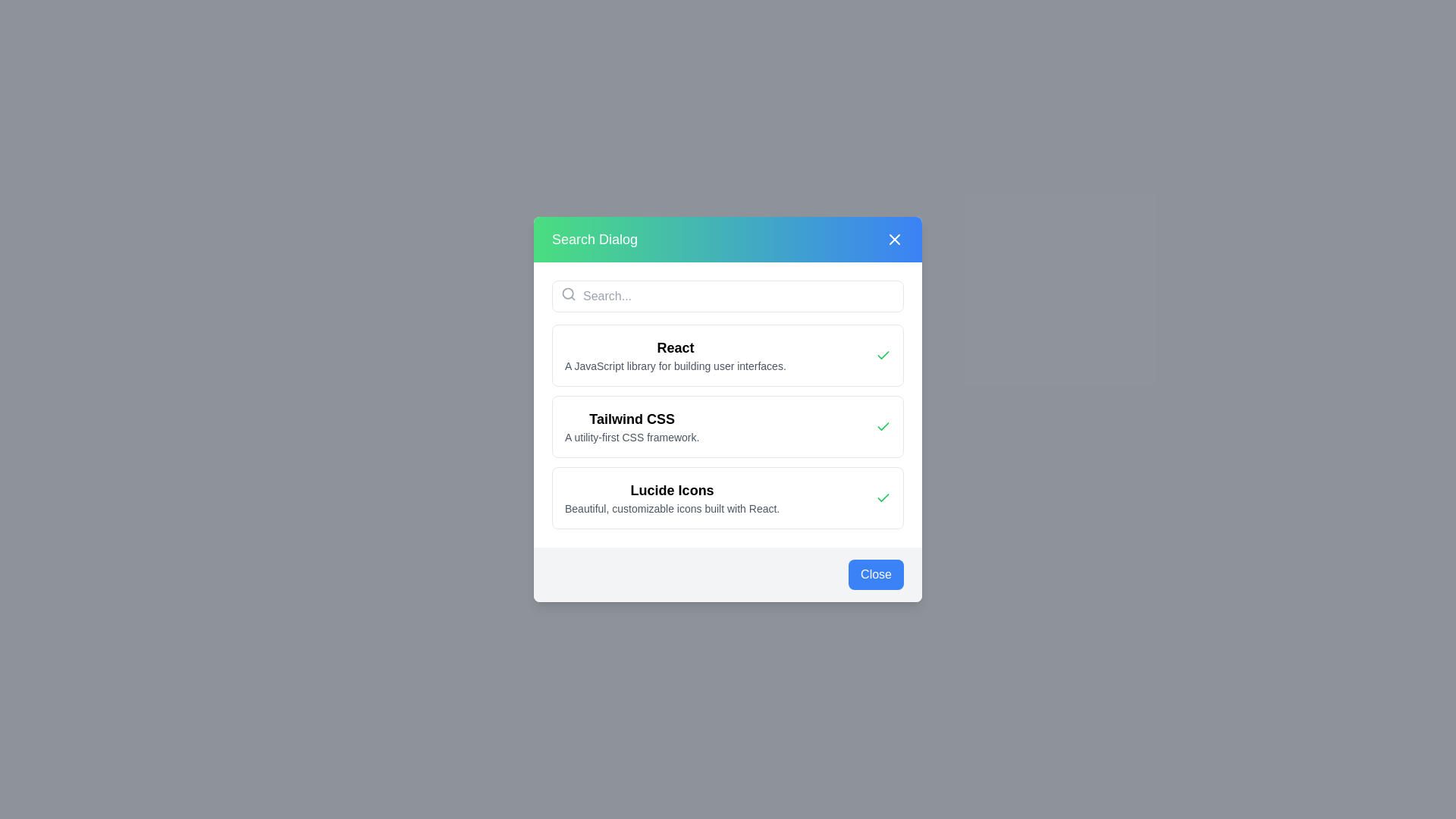 Image resolution: width=1456 pixels, height=819 pixels. Describe the element at coordinates (671, 509) in the screenshot. I see `descriptive text content that states 'Beautiful, customizable icons built with React.', which is located directly below the heading 'Lucide Icons' in the dialog box` at that location.